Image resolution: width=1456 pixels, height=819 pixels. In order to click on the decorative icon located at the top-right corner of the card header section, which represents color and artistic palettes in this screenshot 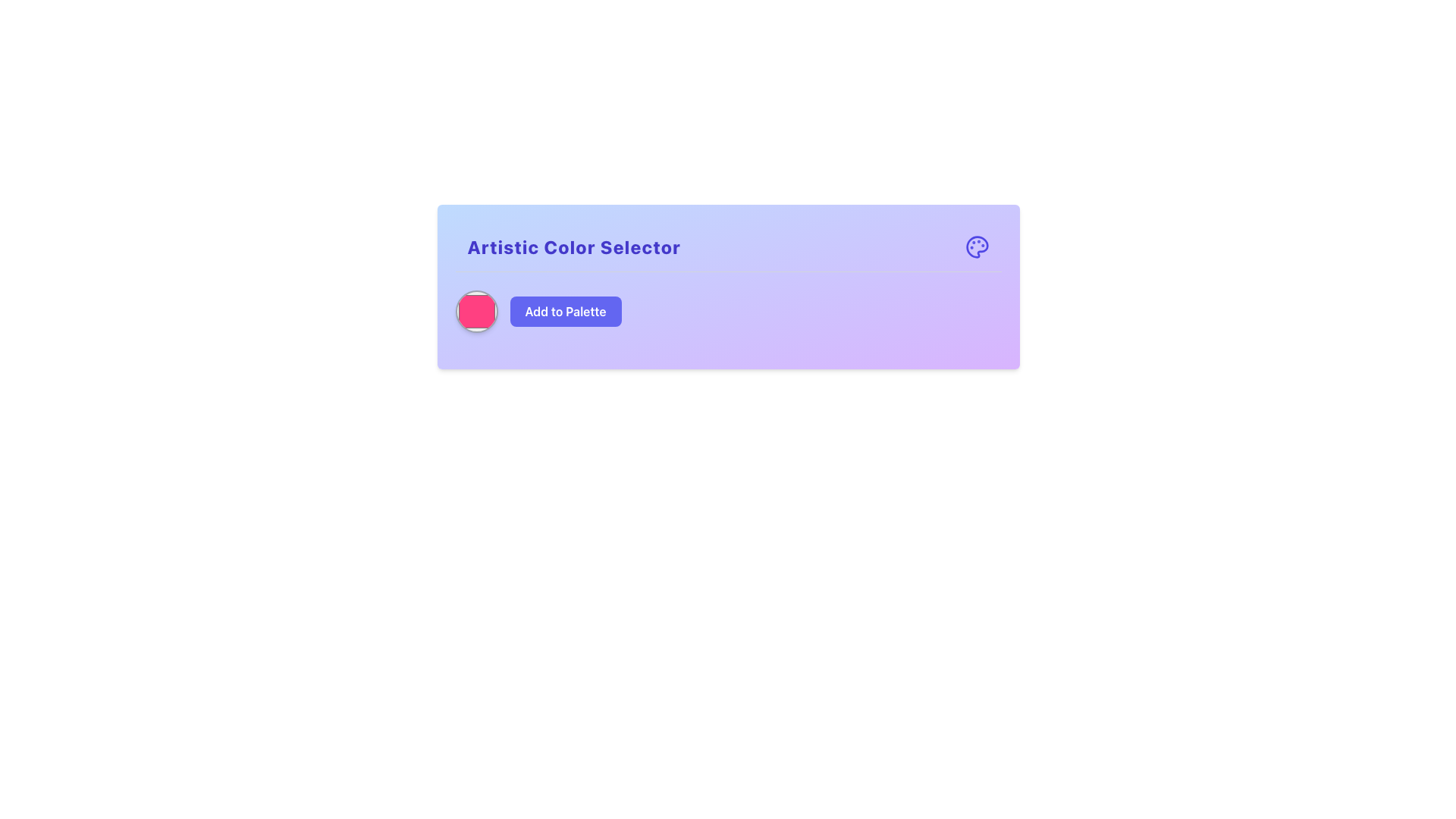, I will do `click(977, 246)`.